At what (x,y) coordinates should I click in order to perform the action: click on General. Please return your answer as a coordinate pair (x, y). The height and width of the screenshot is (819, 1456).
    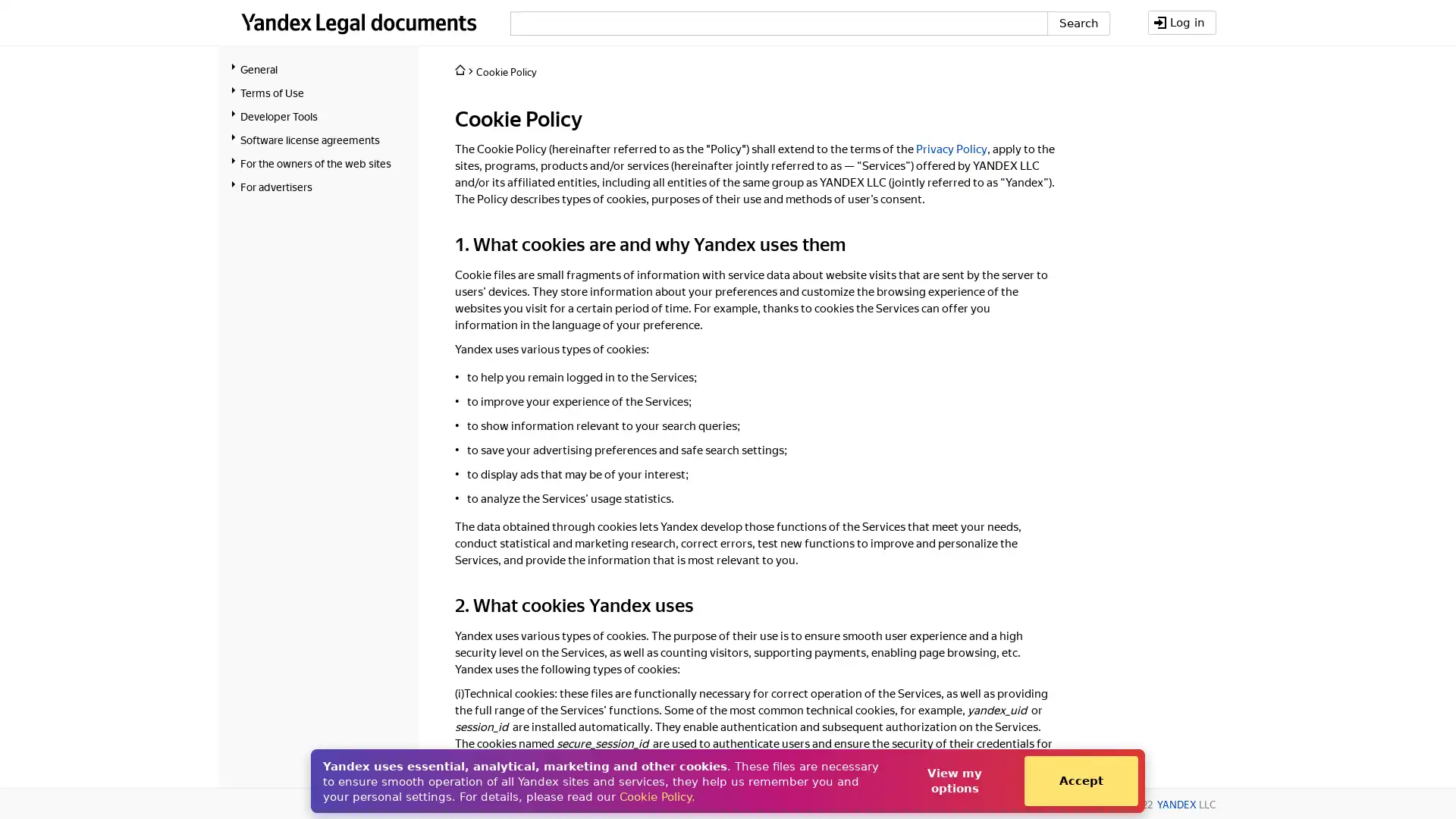
    Looking at the image, I should click on (318, 68).